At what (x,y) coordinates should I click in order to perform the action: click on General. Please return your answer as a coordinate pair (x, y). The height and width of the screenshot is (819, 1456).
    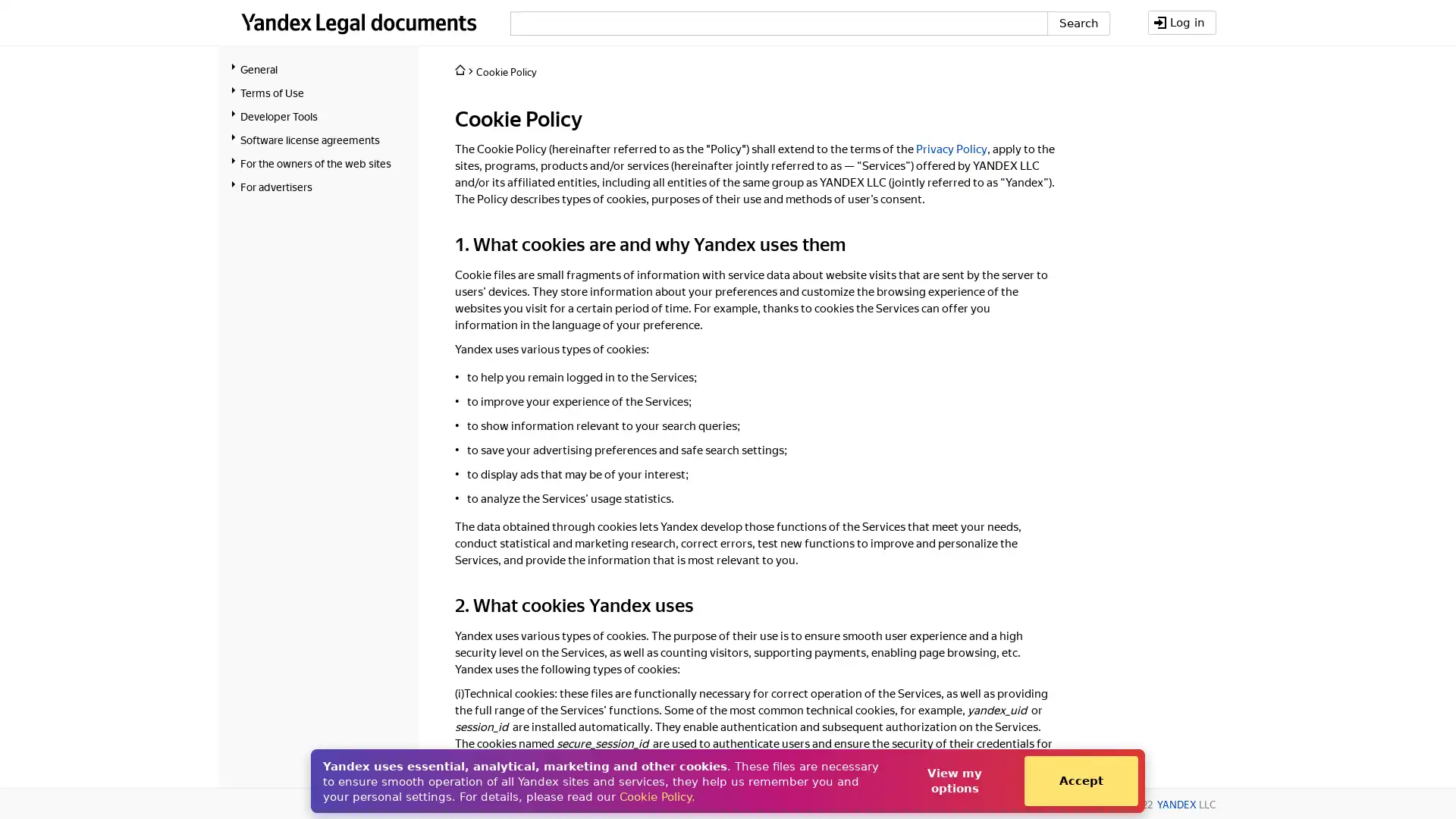
    Looking at the image, I should click on (318, 68).